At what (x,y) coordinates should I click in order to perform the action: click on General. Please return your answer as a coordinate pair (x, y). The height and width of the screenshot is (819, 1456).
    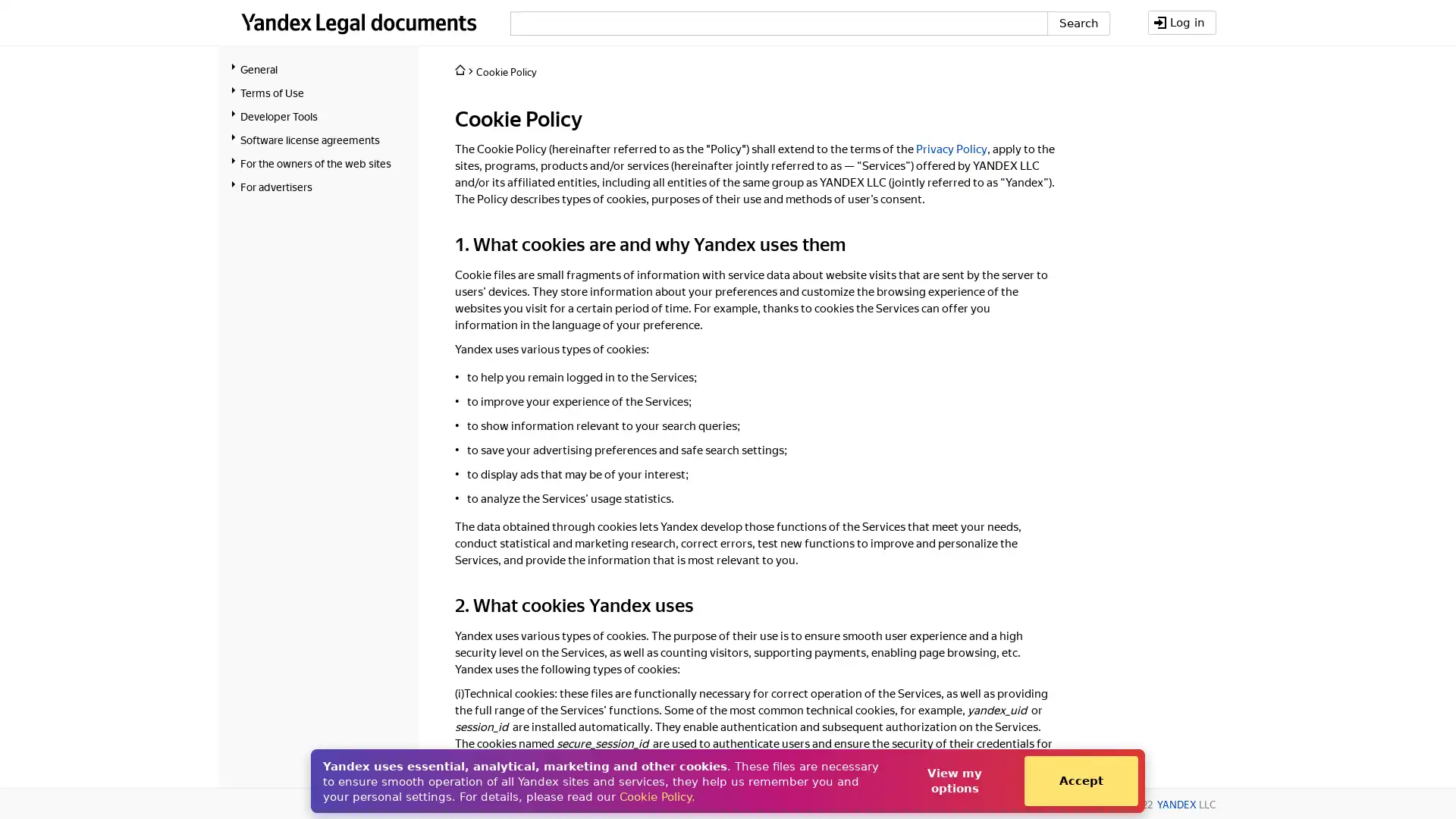
    Looking at the image, I should click on (318, 68).